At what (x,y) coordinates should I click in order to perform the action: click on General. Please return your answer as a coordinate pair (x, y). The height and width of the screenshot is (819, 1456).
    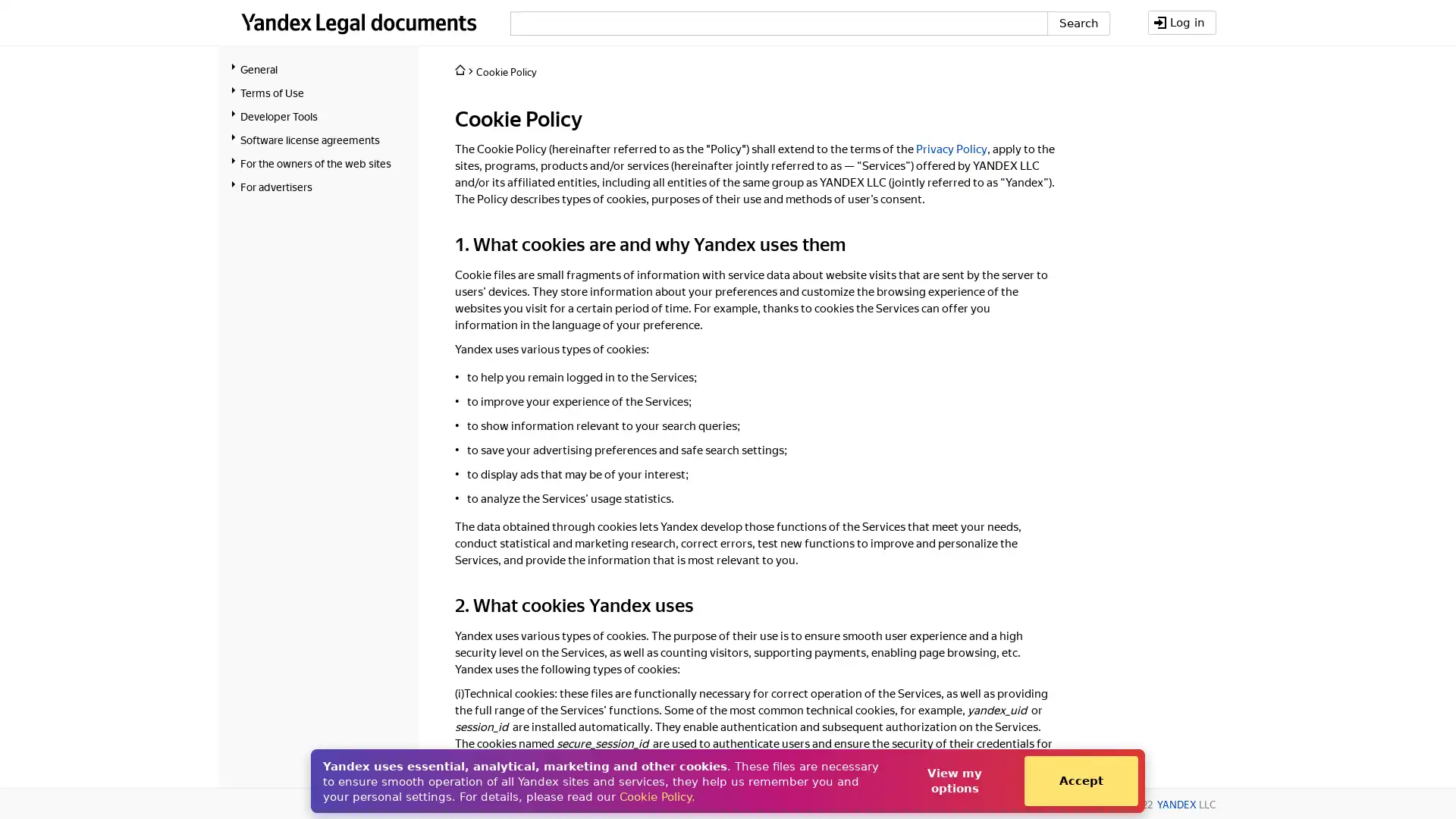
    Looking at the image, I should click on (318, 68).